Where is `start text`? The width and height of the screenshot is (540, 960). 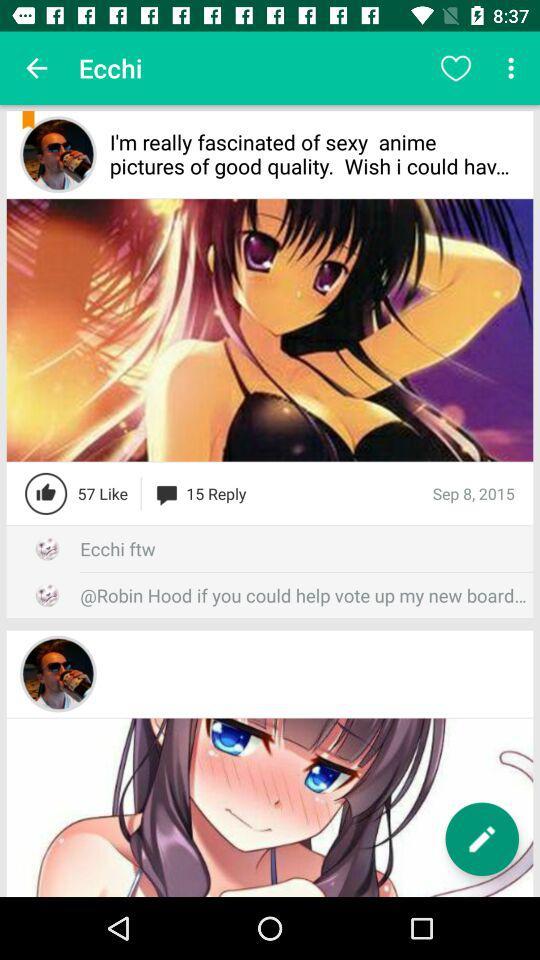 start text is located at coordinates (481, 839).